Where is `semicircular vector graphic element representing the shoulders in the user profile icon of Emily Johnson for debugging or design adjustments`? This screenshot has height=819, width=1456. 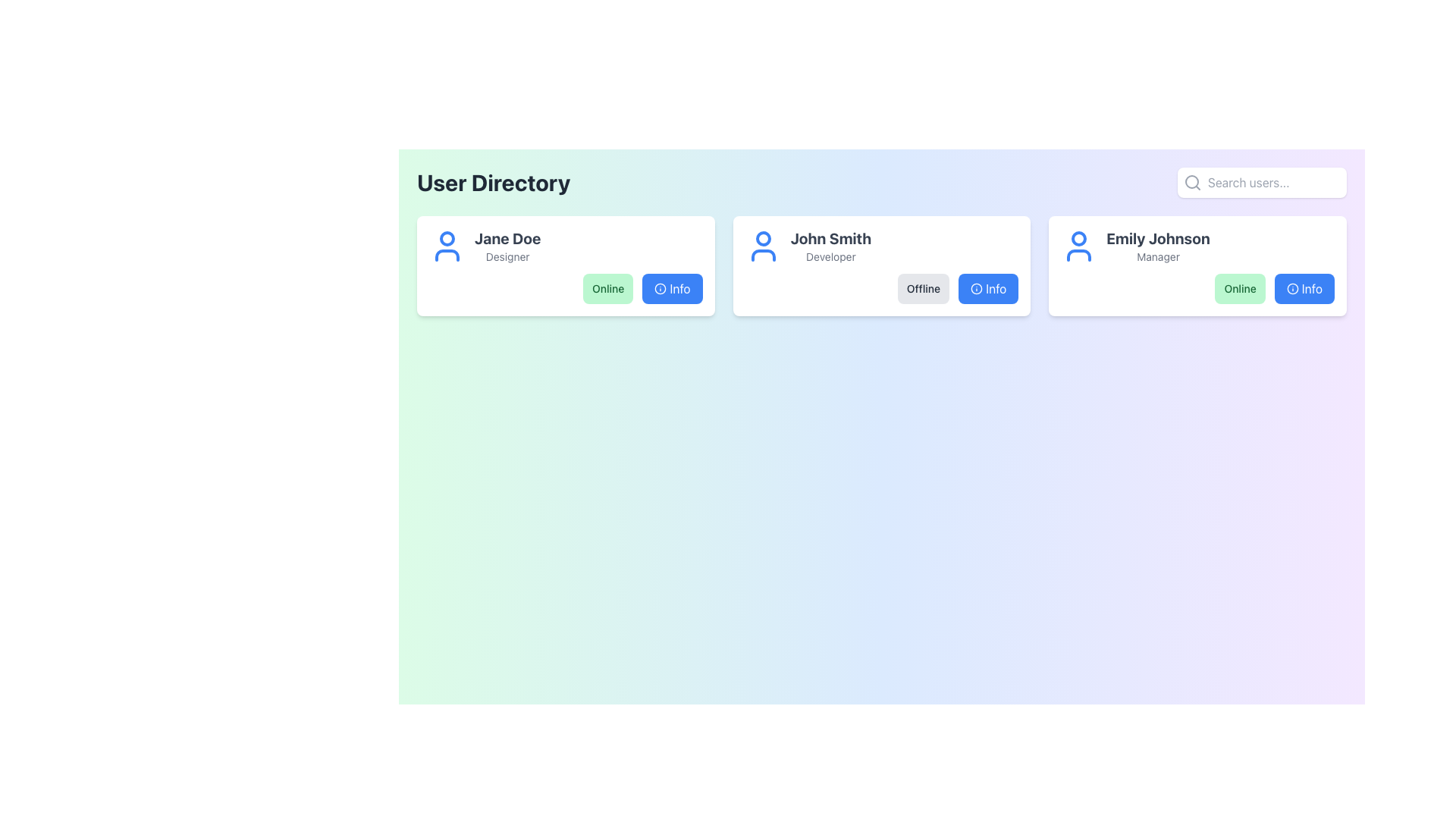
semicircular vector graphic element representing the shoulders in the user profile icon of Emily Johnson for debugging or design adjustments is located at coordinates (1078, 254).